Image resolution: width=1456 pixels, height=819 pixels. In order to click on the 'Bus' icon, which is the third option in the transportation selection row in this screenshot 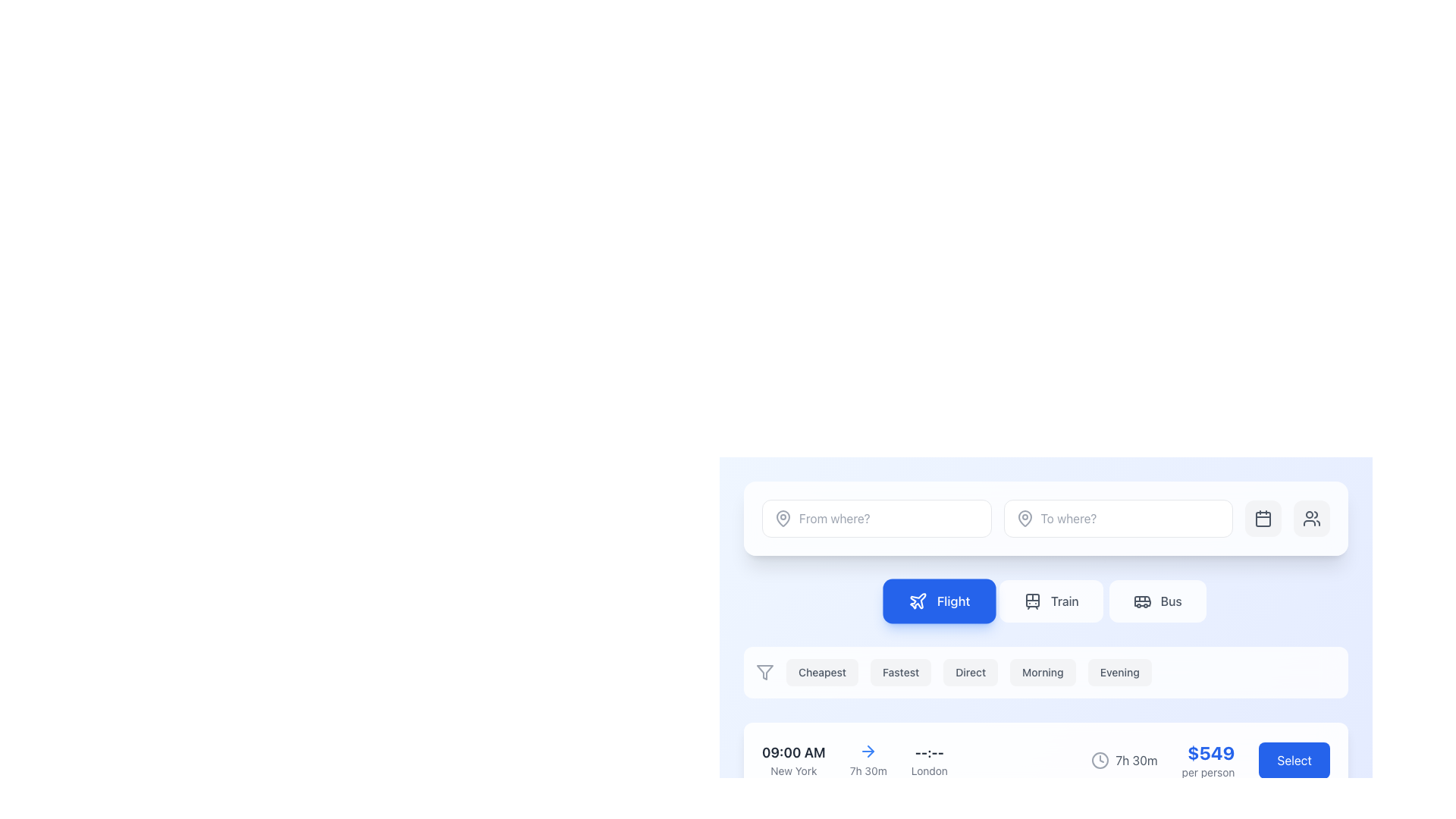, I will do `click(1142, 601)`.